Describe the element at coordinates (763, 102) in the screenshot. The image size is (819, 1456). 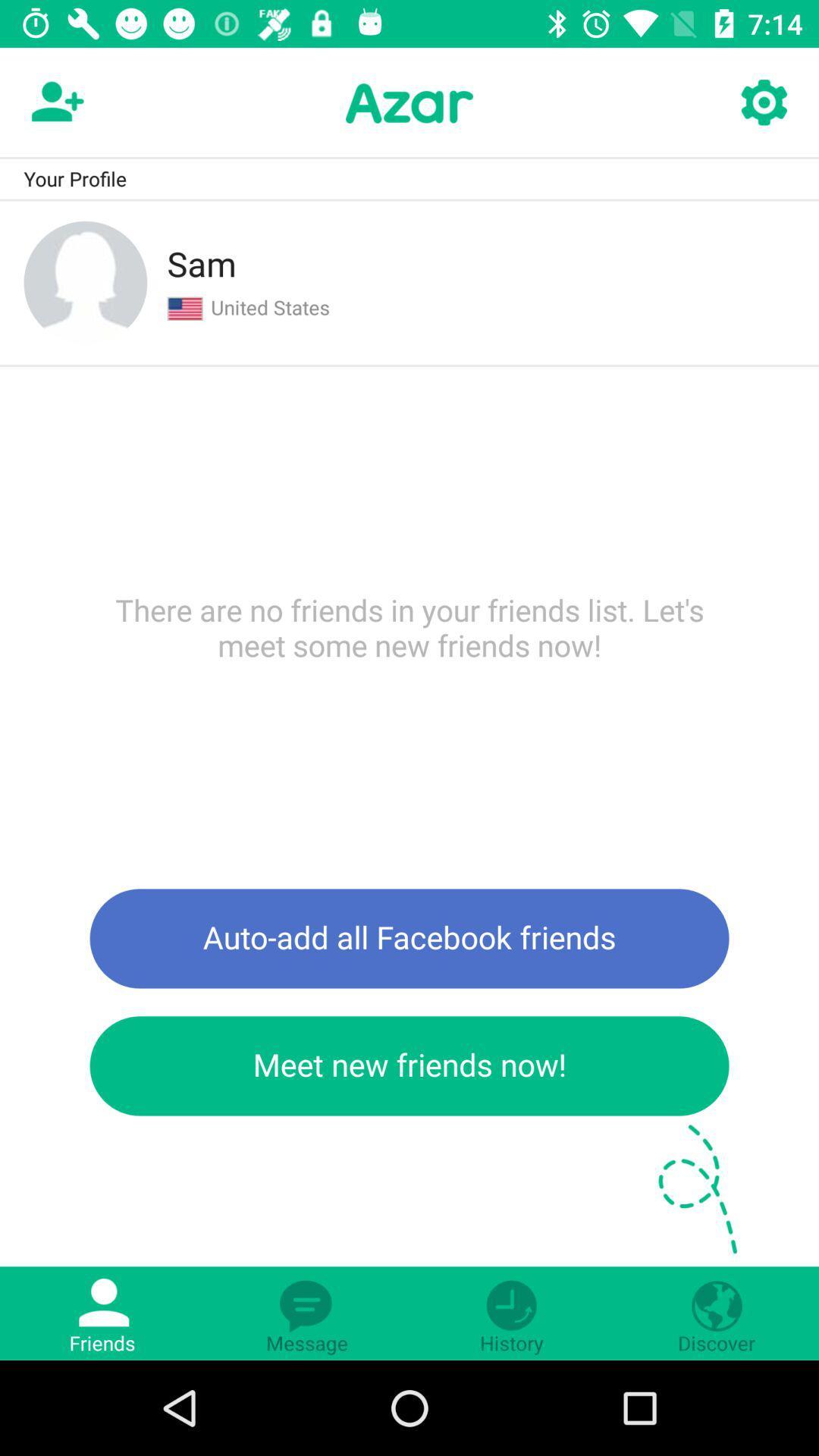
I see `app settings` at that location.